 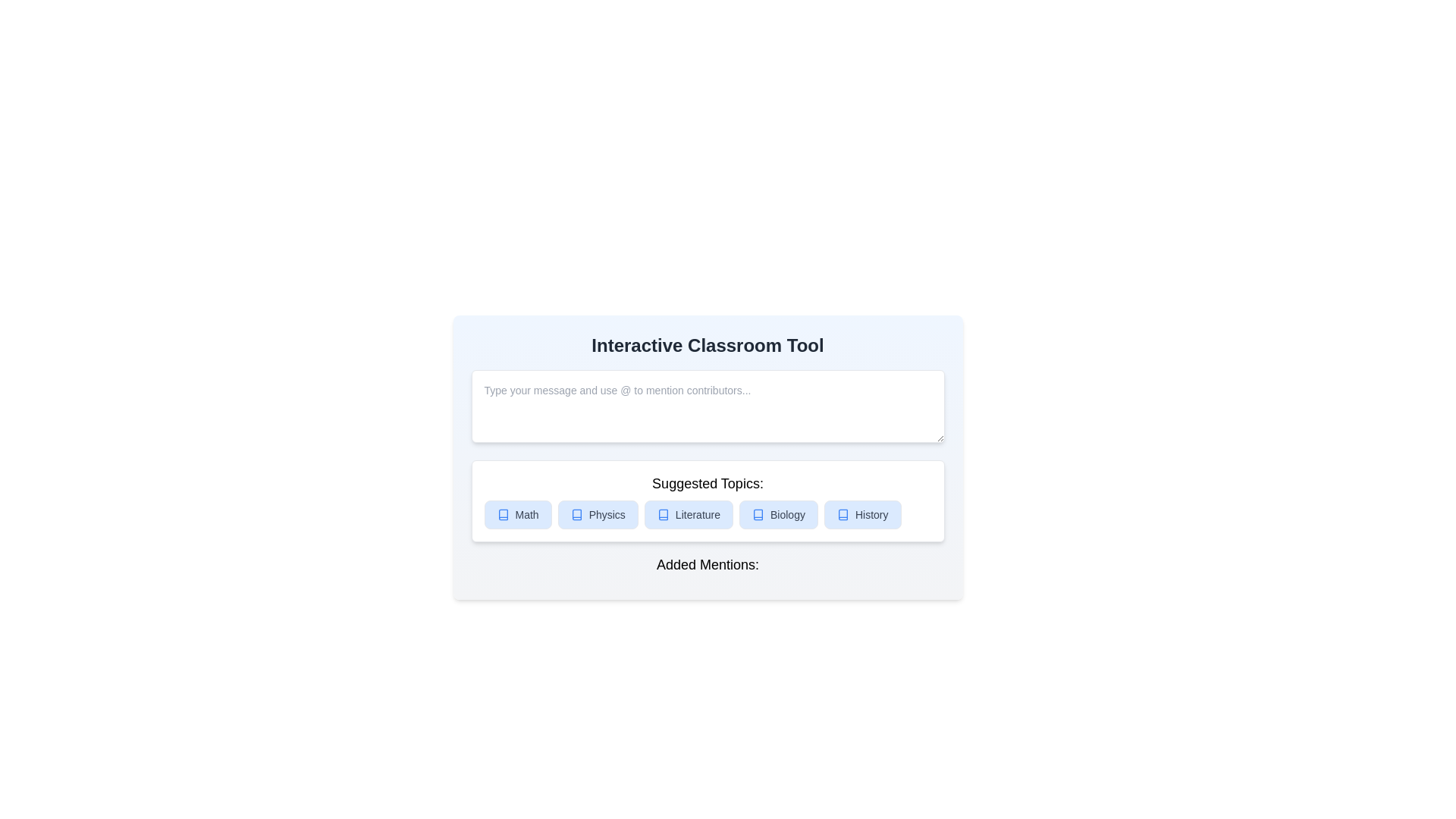 I want to click on a tag within the Informational Card displayed below the input field and above 'Added Mentions:' in the 'Interactive Classroom Tool', so click(x=707, y=500).